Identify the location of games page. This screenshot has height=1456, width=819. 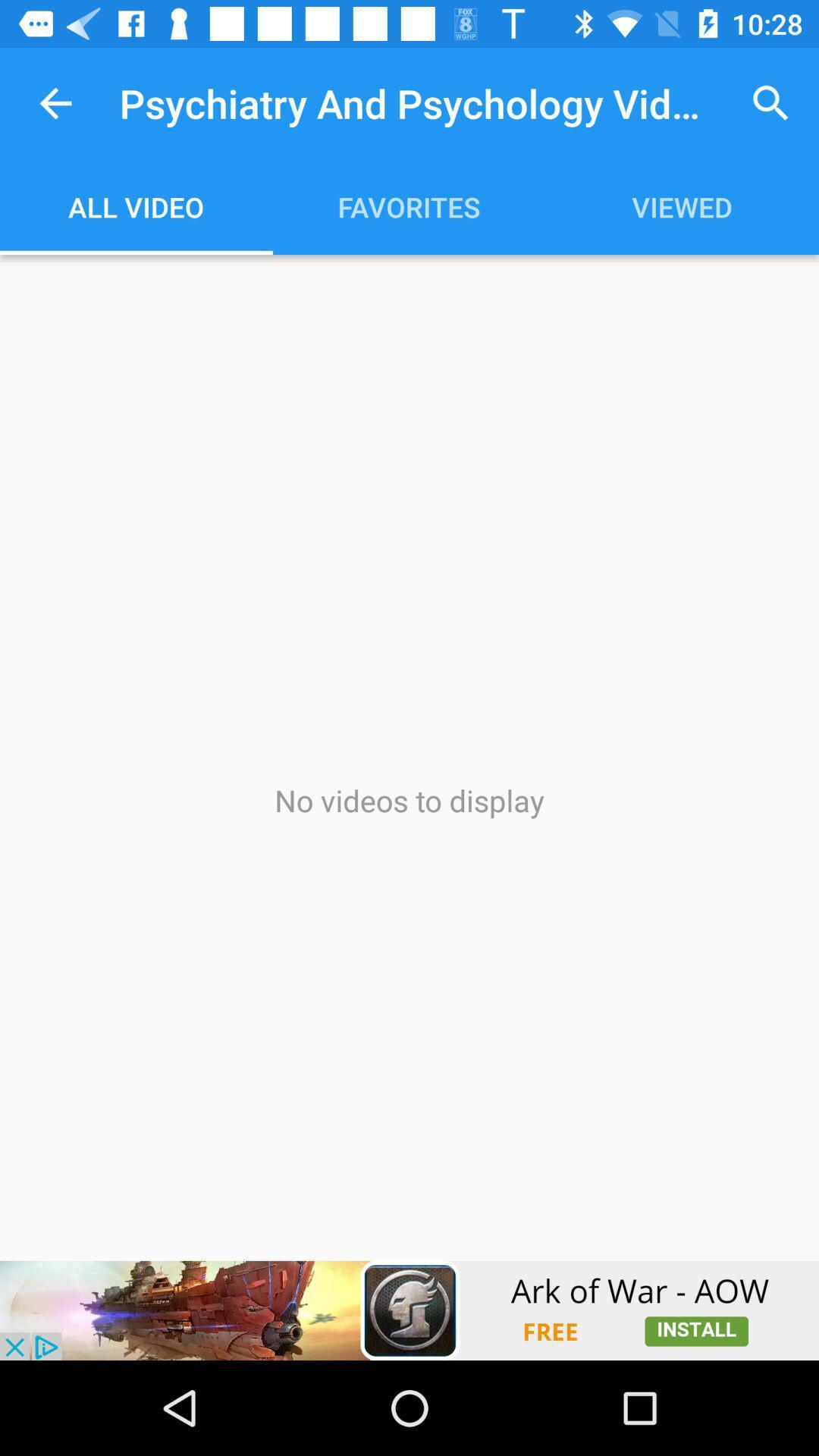
(409, 1310).